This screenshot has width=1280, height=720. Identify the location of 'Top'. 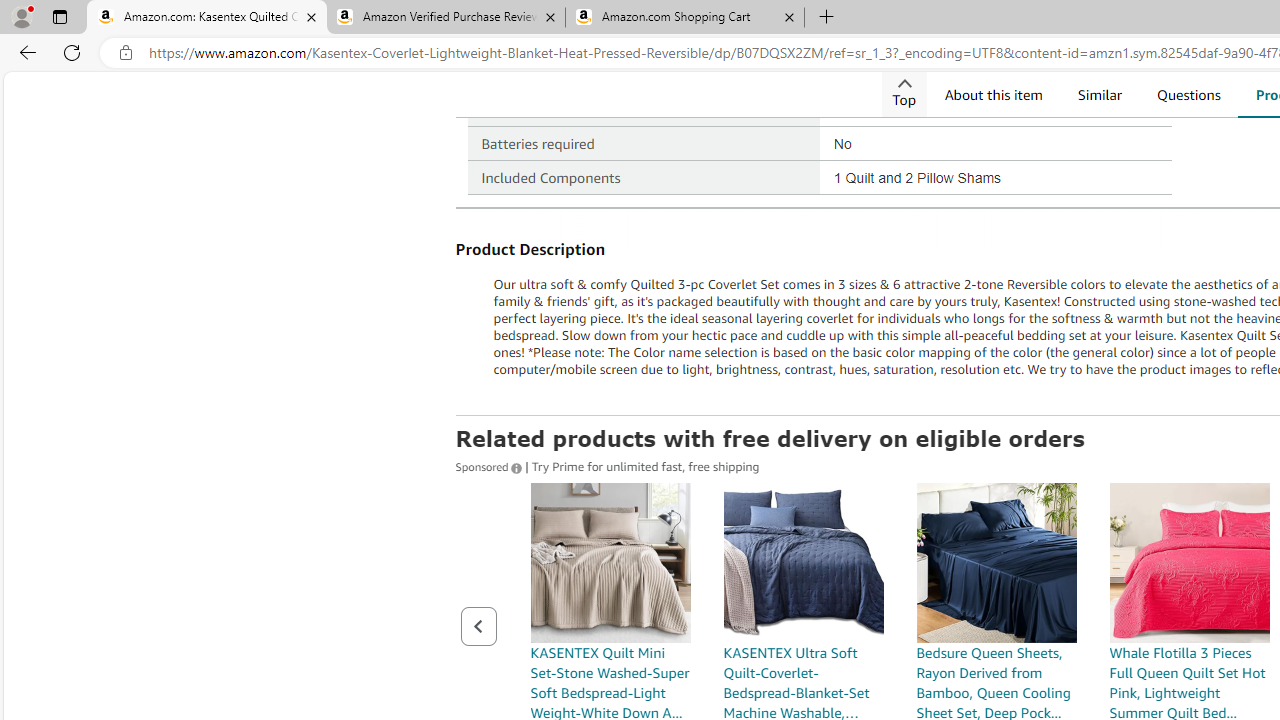
(902, 94).